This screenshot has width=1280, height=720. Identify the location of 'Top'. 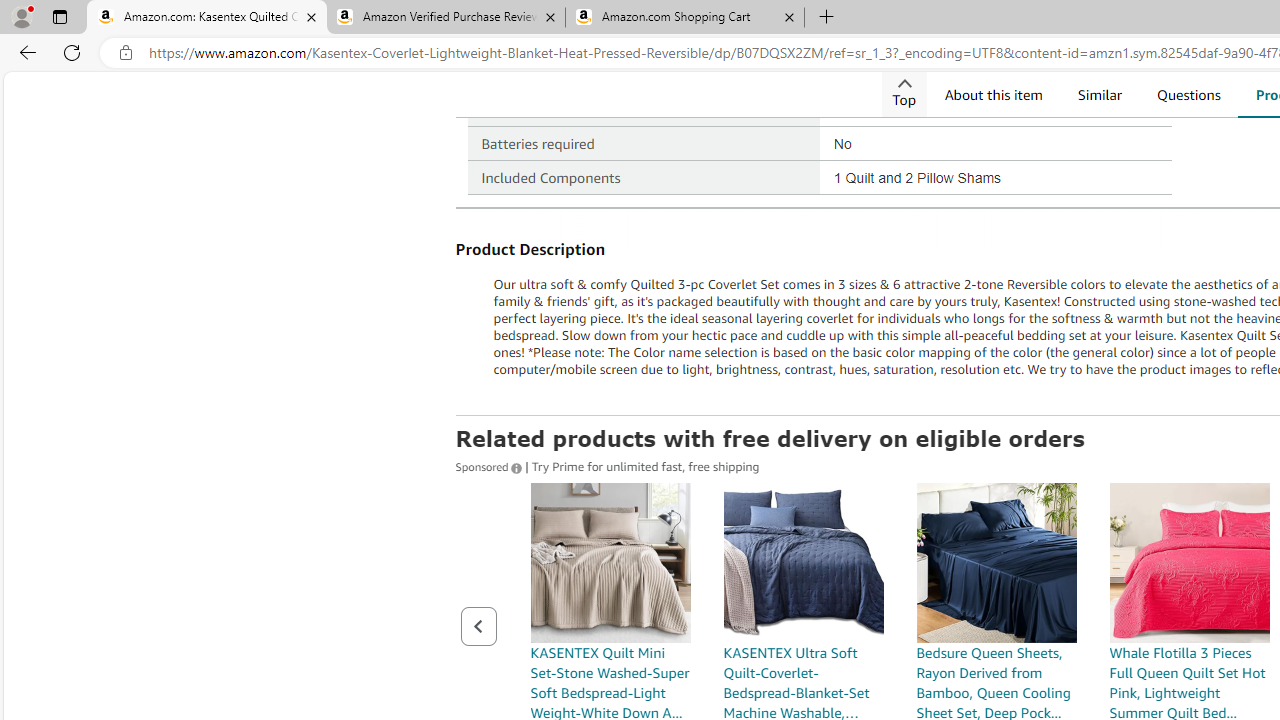
(902, 94).